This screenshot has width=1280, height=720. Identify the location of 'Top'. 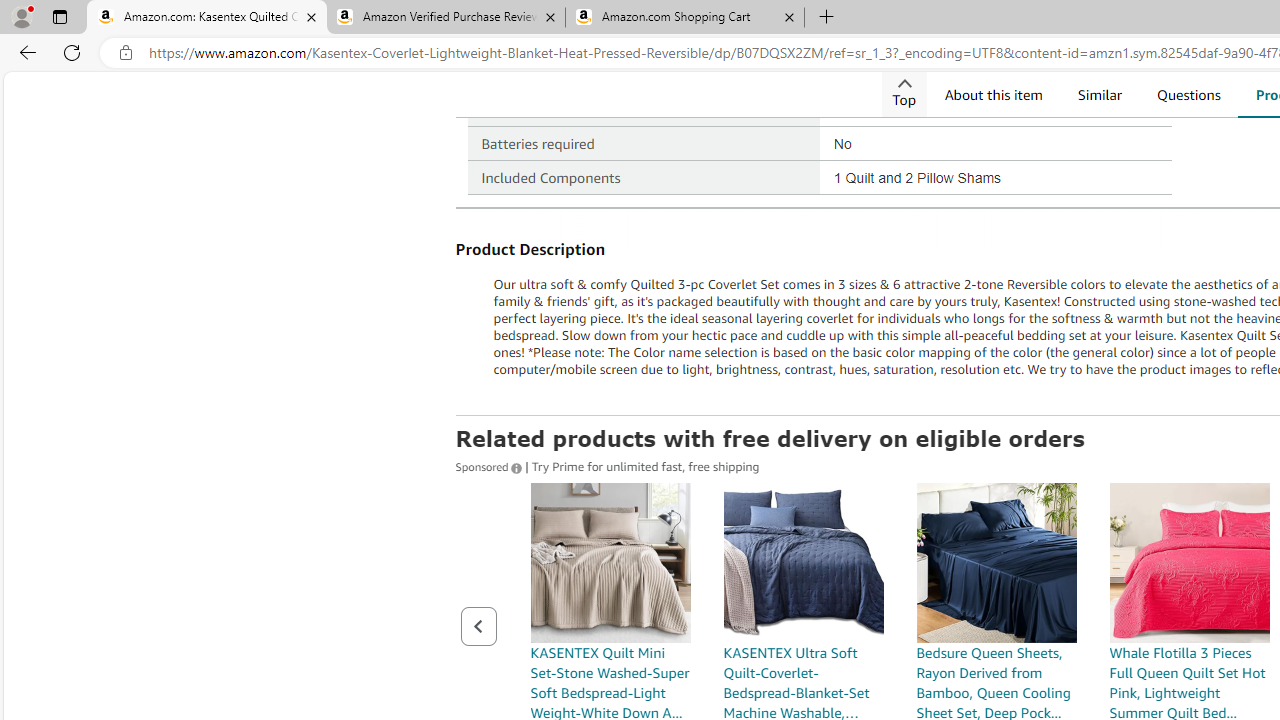
(902, 94).